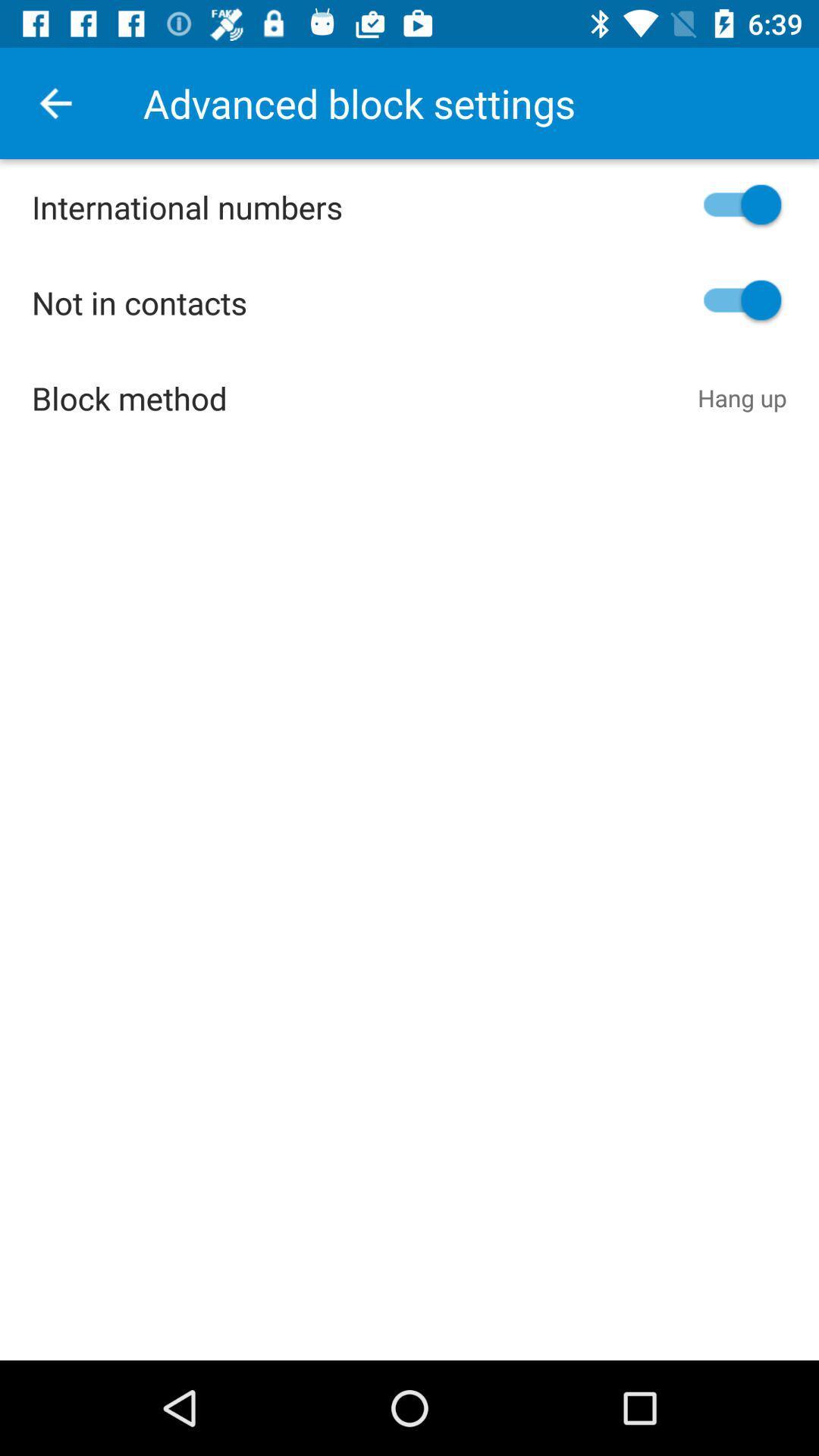 This screenshot has width=819, height=1456. Describe the element at coordinates (55, 102) in the screenshot. I see `item above the international numbers icon` at that location.